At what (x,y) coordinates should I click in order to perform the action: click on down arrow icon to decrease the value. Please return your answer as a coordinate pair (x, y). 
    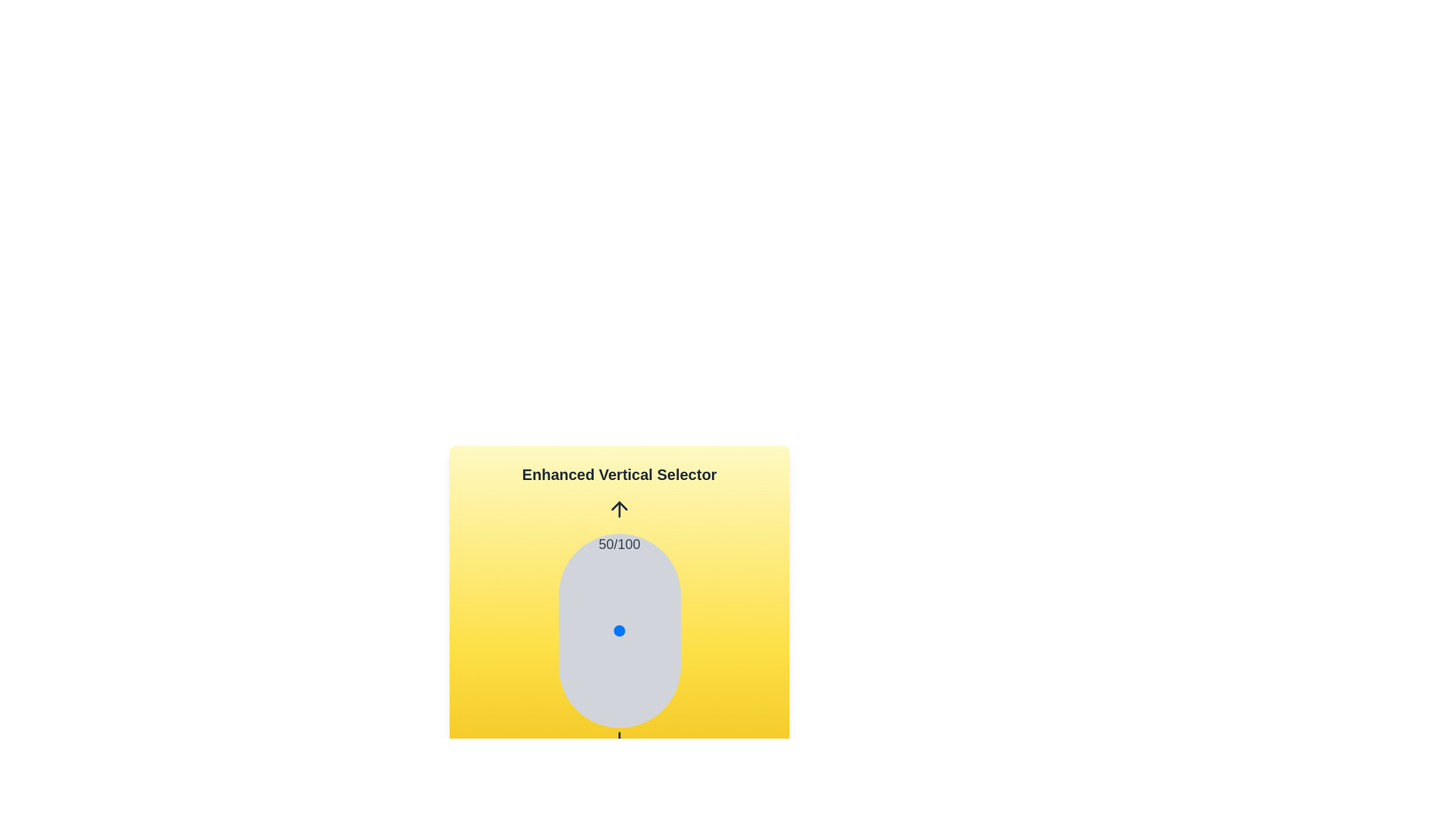
    Looking at the image, I should click on (619, 739).